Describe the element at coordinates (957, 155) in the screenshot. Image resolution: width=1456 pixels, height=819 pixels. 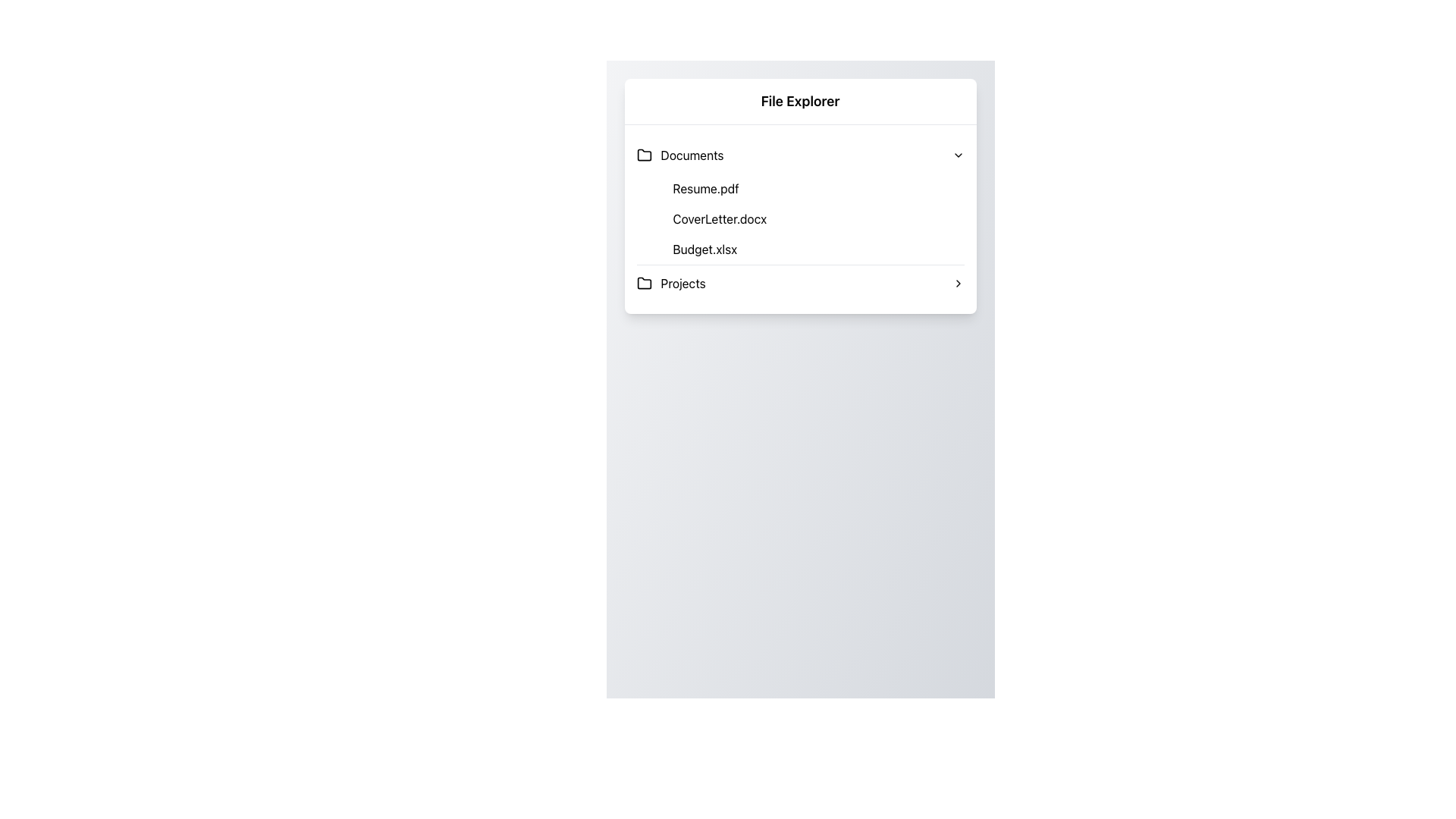
I see `the downward-pointing chevron icon in the far-right section of the 'Documents' row` at that location.